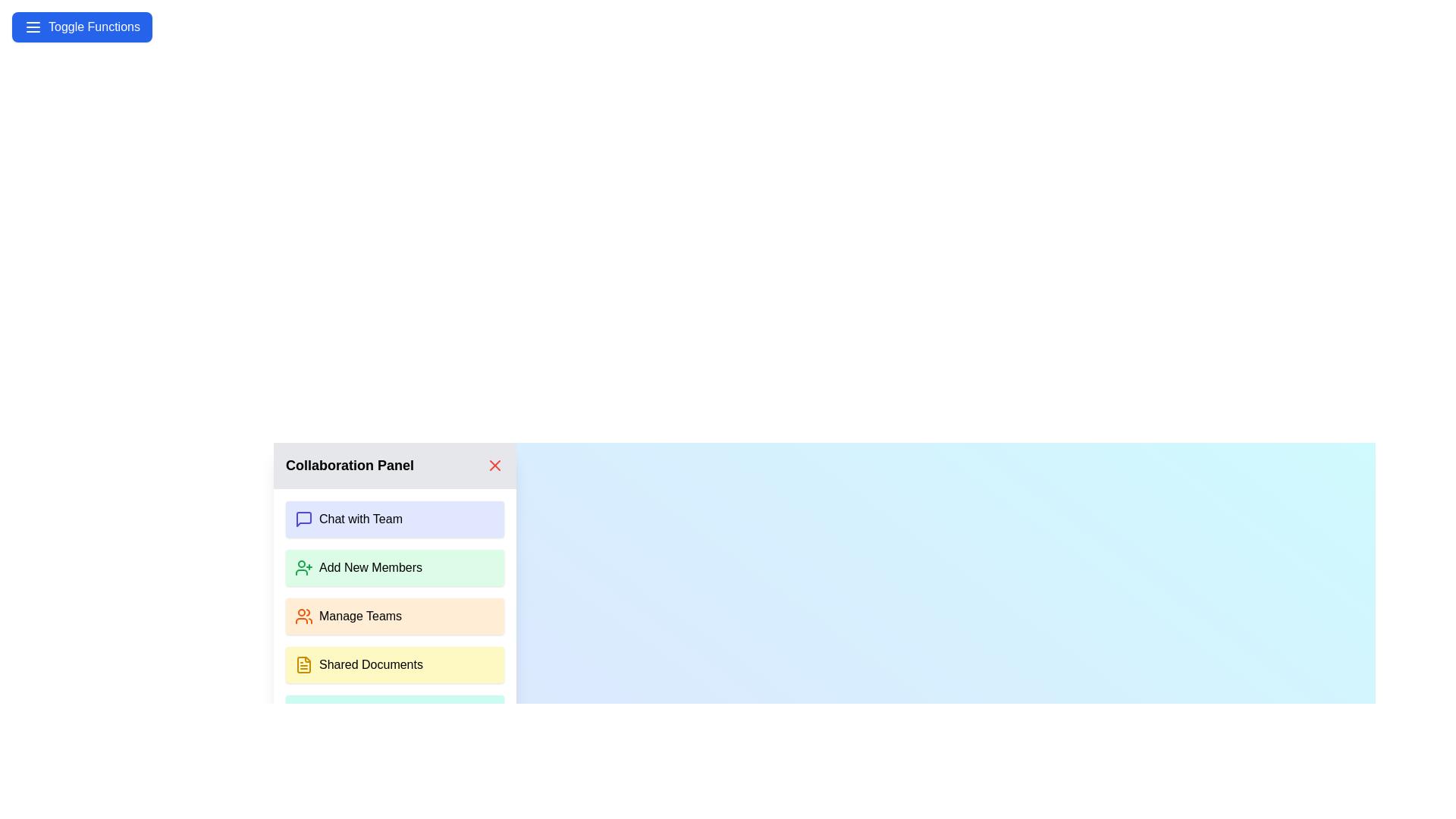  Describe the element at coordinates (494, 464) in the screenshot. I see `the close icon located in the top-right corner of the 'Collaboration Panel'` at that location.